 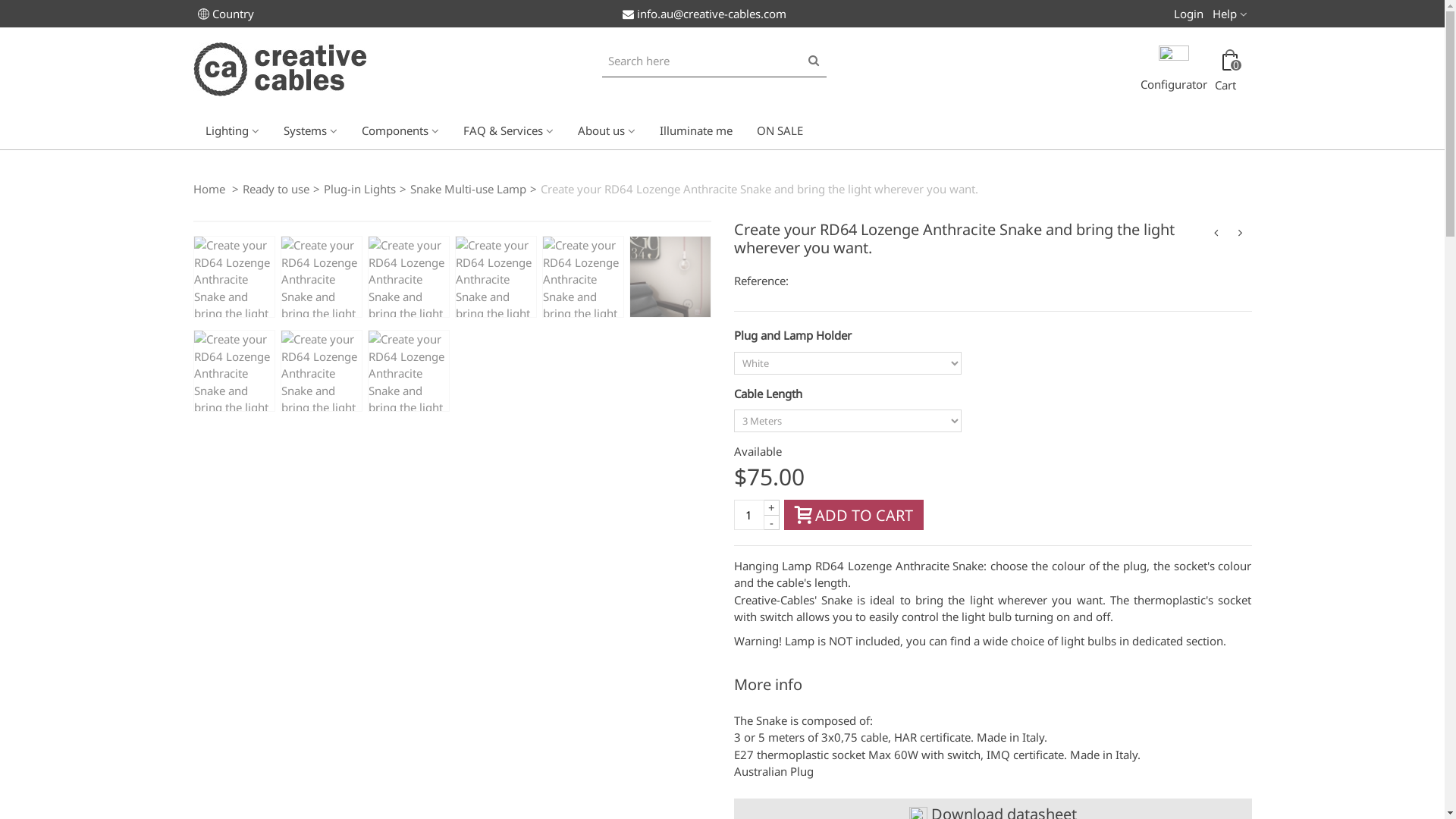 What do you see at coordinates (607, 128) in the screenshot?
I see `'About us'` at bounding box center [607, 128].